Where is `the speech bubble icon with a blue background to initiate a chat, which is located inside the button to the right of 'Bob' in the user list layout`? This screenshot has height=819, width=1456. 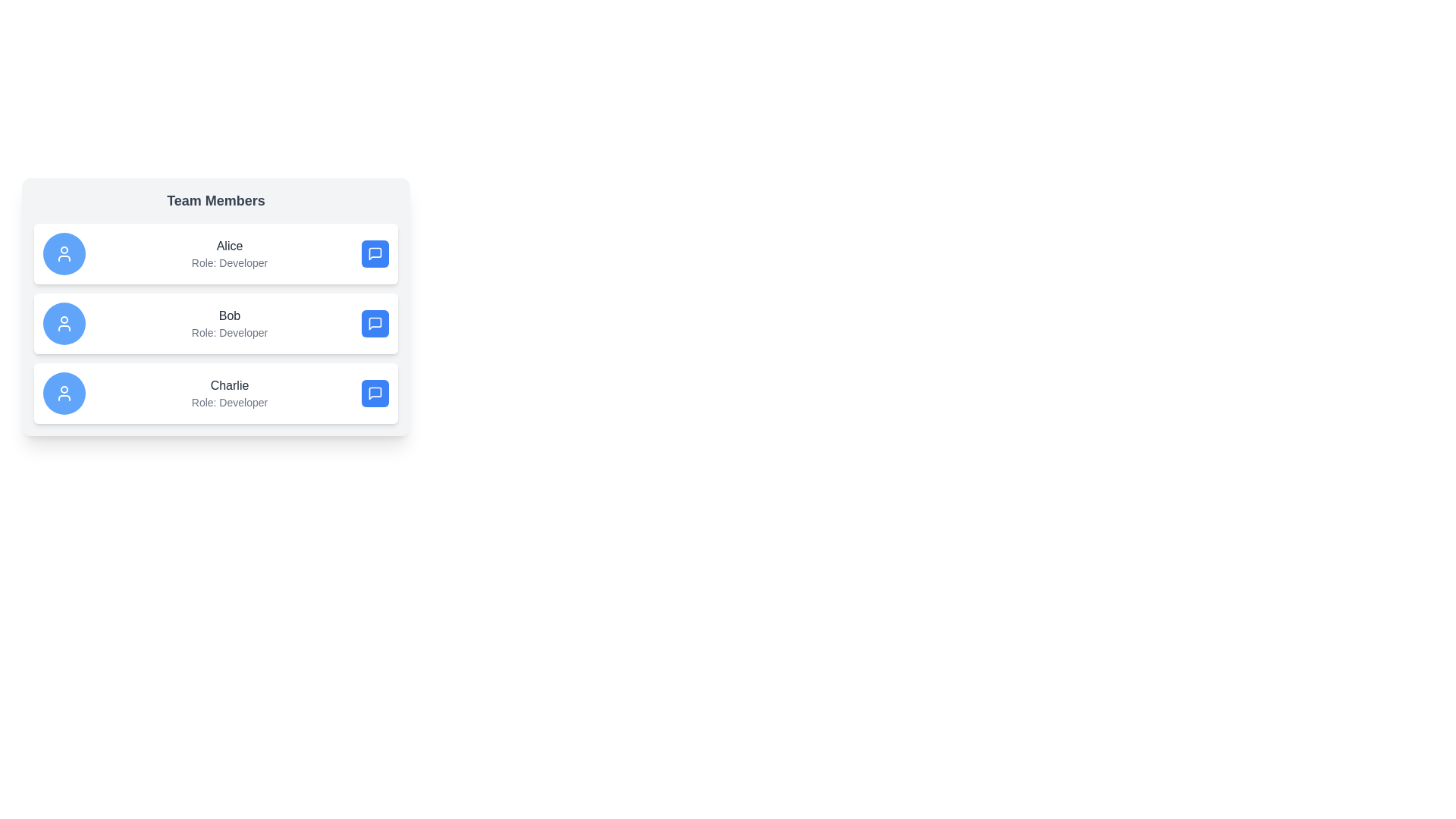
the speech bubble icon with a blue background to initiate a chat, which is located inside the button to the right of 'Bob' in the user list layout is located at coordinates (375, 323).